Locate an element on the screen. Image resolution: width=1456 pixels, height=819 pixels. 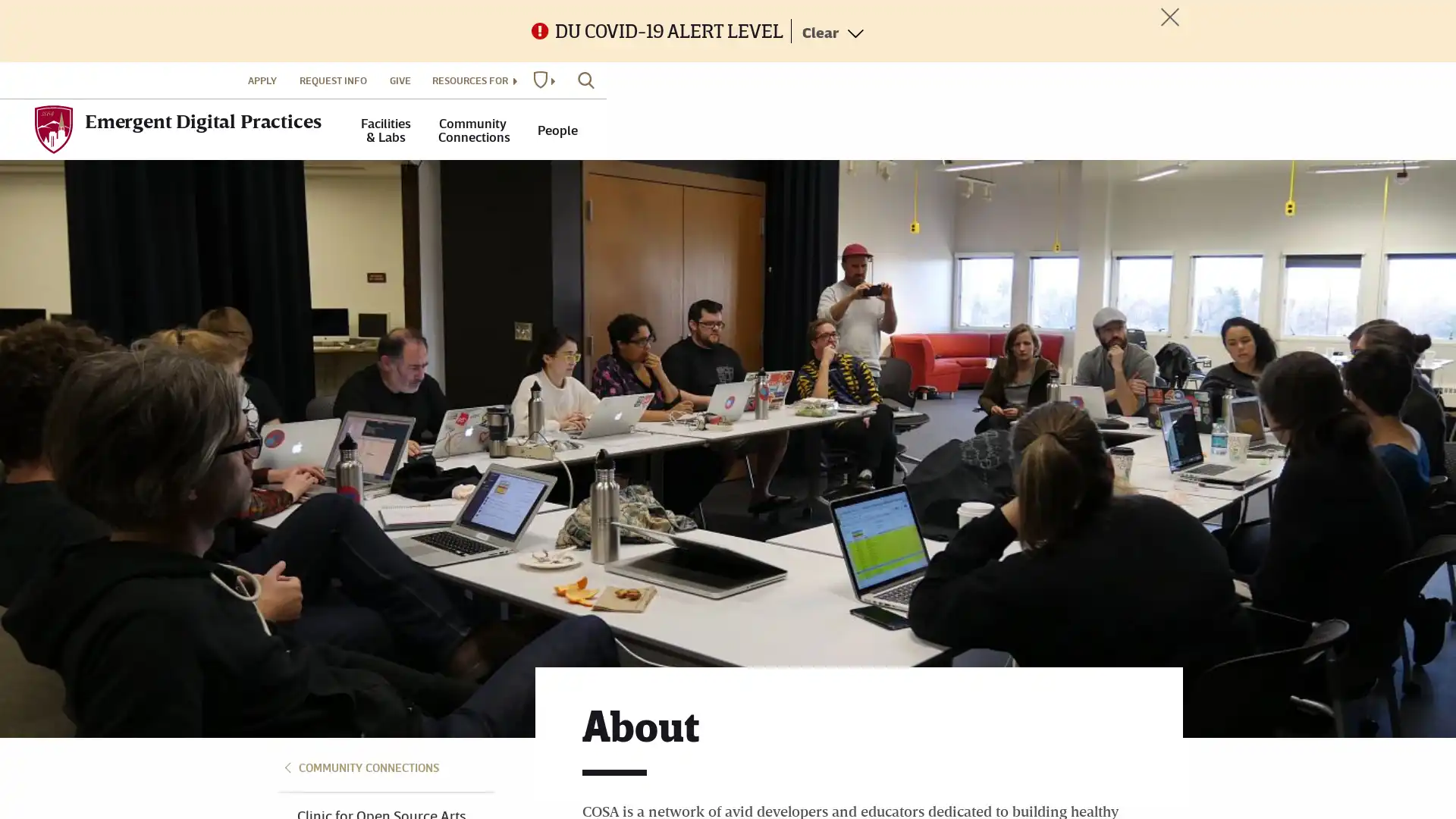
Toggle Alert is located at coordinates (1169, 17).